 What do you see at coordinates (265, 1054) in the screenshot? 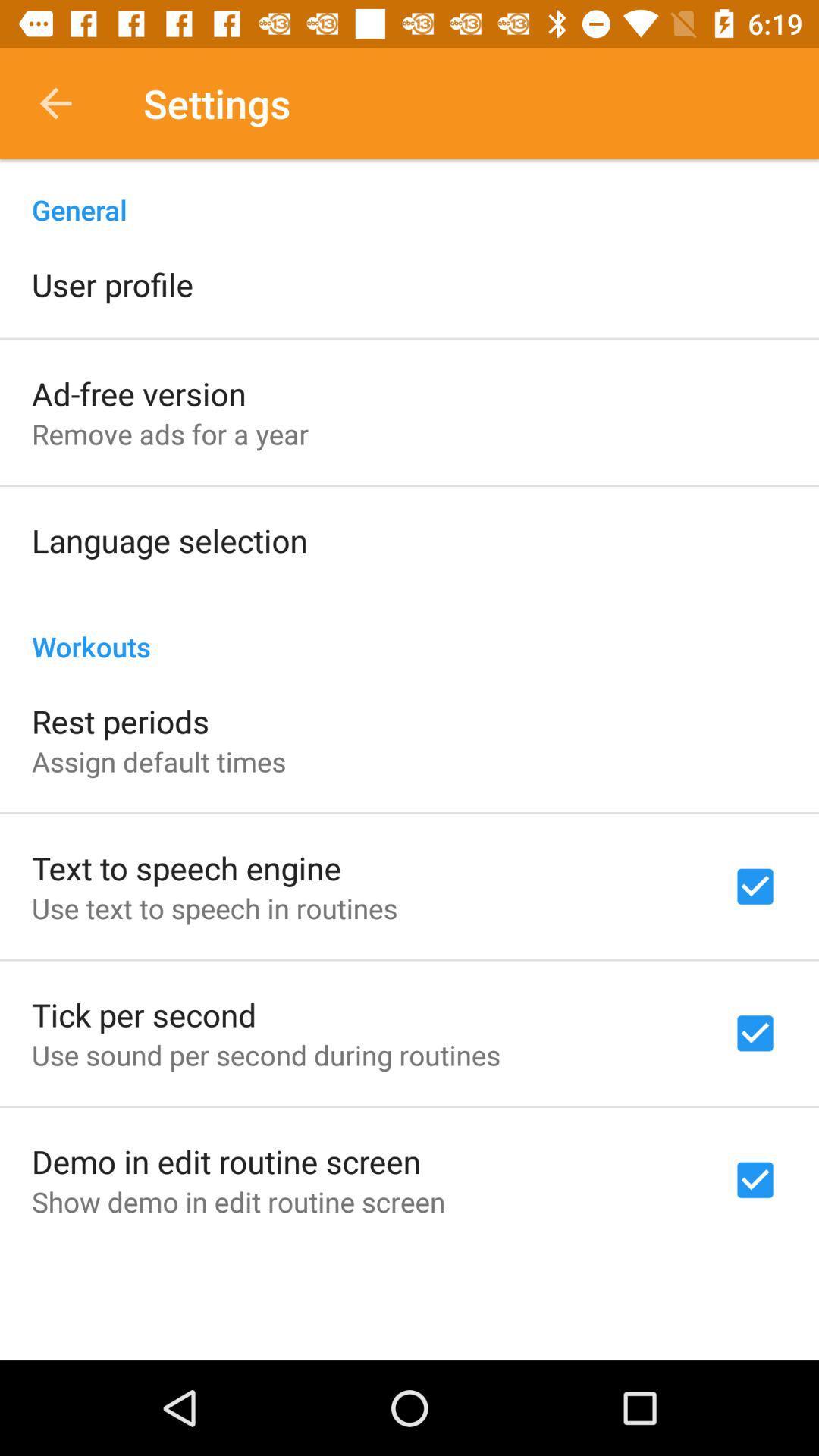
I see `the item above demo in edit` at bounding box center [265, 1054].